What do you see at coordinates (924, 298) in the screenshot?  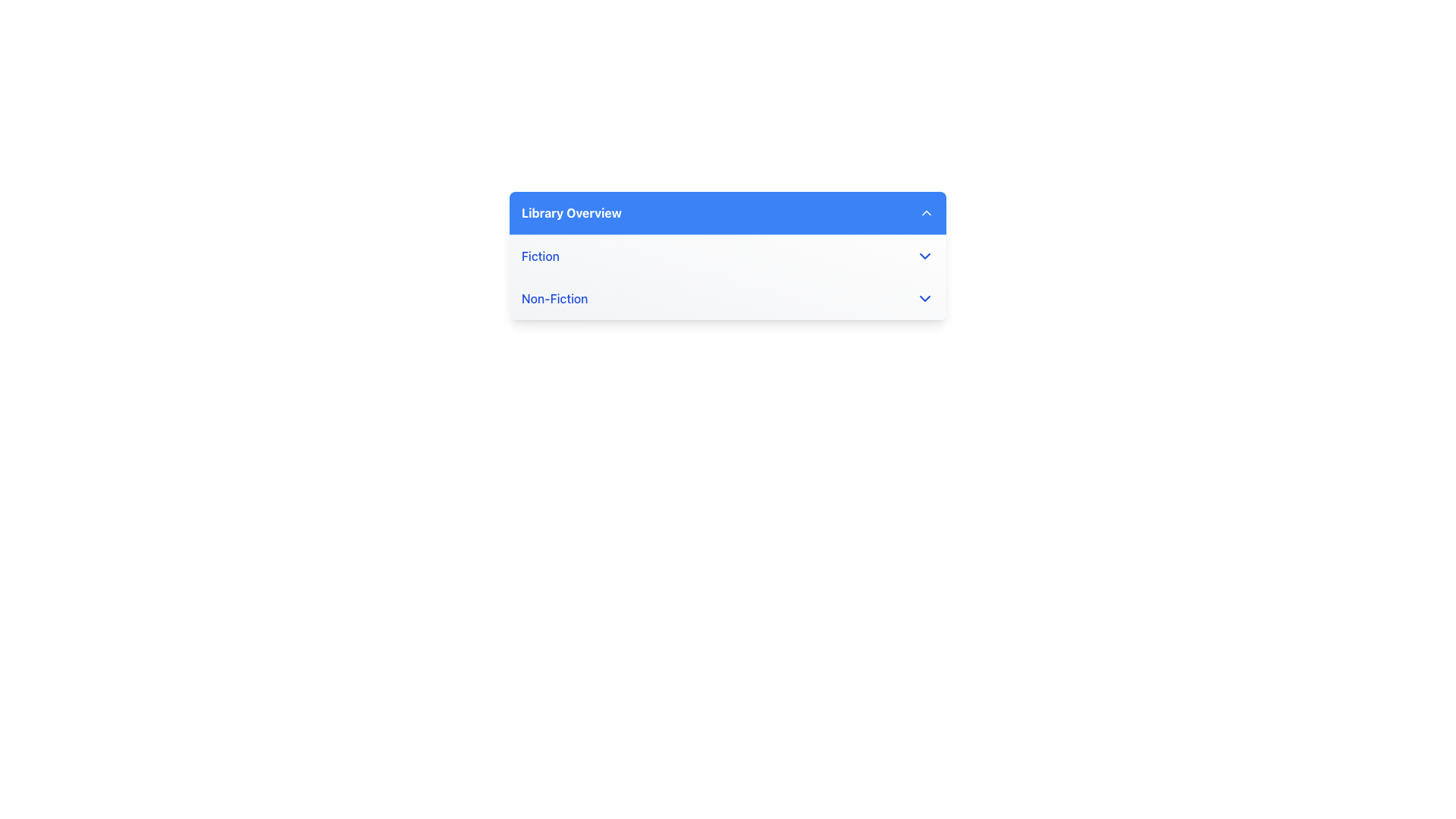 I see `the downward-pointing chevron SVG icon located within the 'Non-Fiction' section for additional visual feedback` at bounding box center [924, 298].